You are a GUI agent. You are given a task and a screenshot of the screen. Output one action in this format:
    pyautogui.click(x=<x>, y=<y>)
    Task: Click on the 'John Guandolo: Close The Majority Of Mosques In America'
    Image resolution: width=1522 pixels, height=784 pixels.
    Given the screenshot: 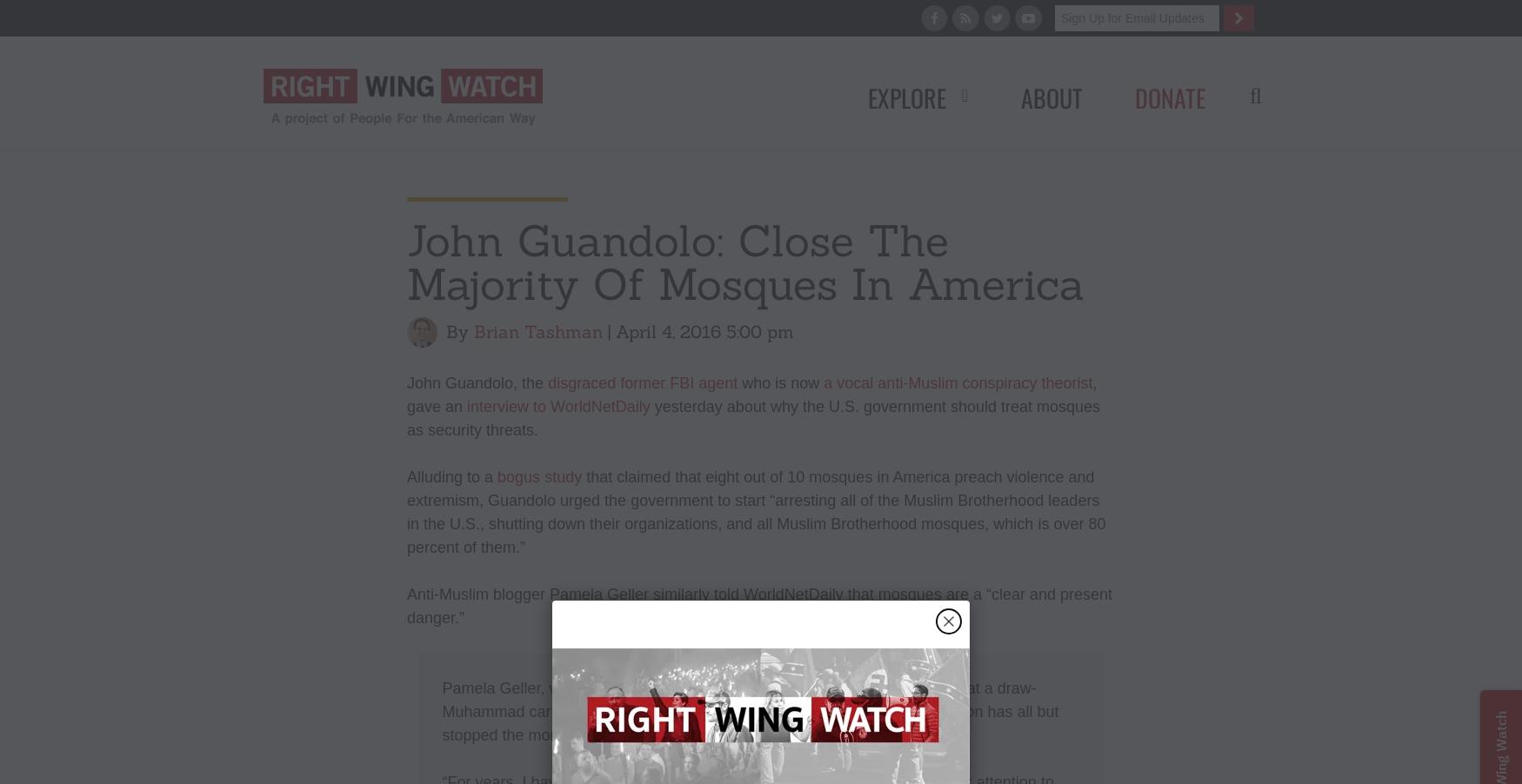 What is the action you would take?
    pyautogui.click(x=745, y=261)
    